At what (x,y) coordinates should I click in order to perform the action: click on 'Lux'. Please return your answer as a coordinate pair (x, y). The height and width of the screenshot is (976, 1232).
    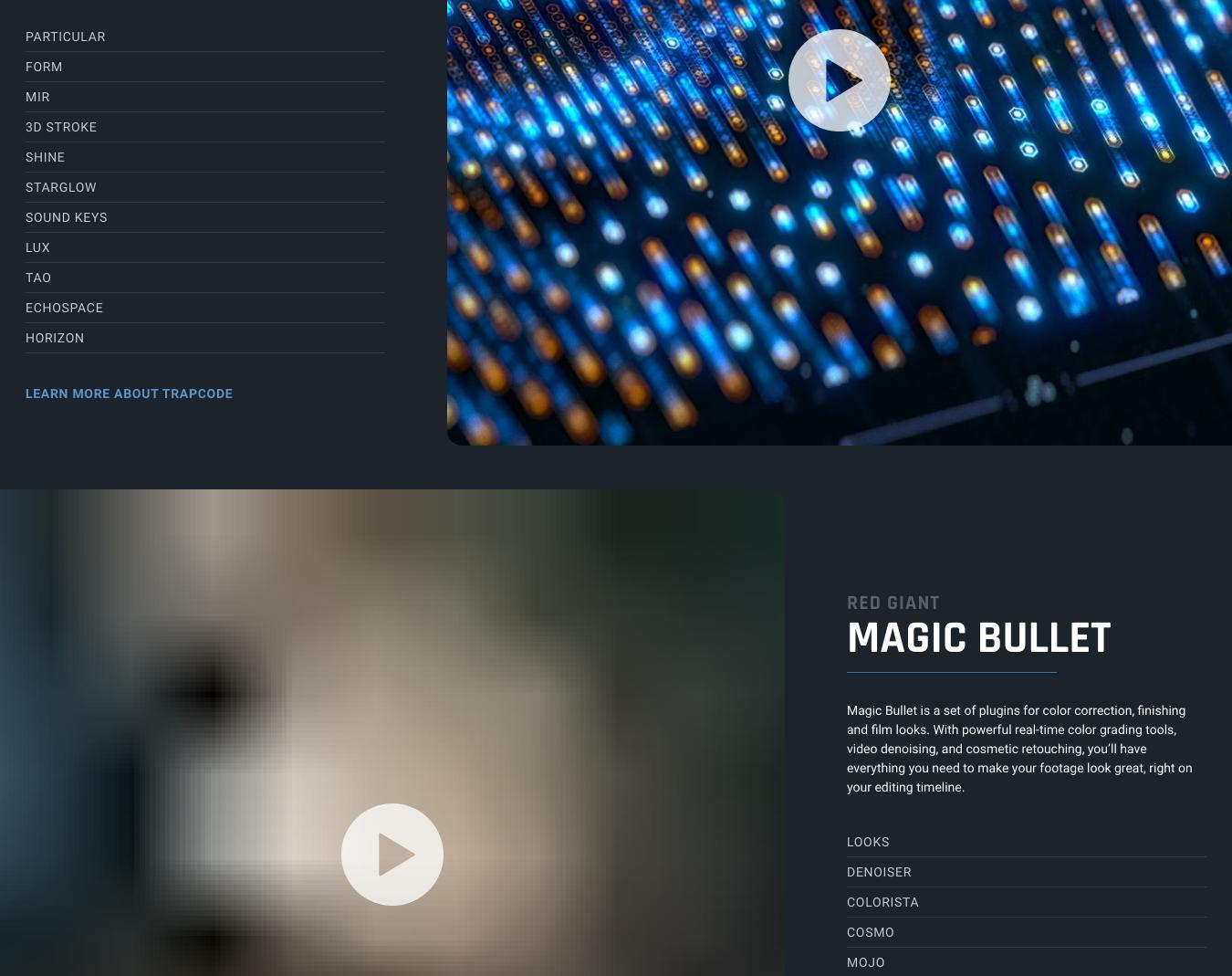
    Looking at the image, I should click on (37, 246).